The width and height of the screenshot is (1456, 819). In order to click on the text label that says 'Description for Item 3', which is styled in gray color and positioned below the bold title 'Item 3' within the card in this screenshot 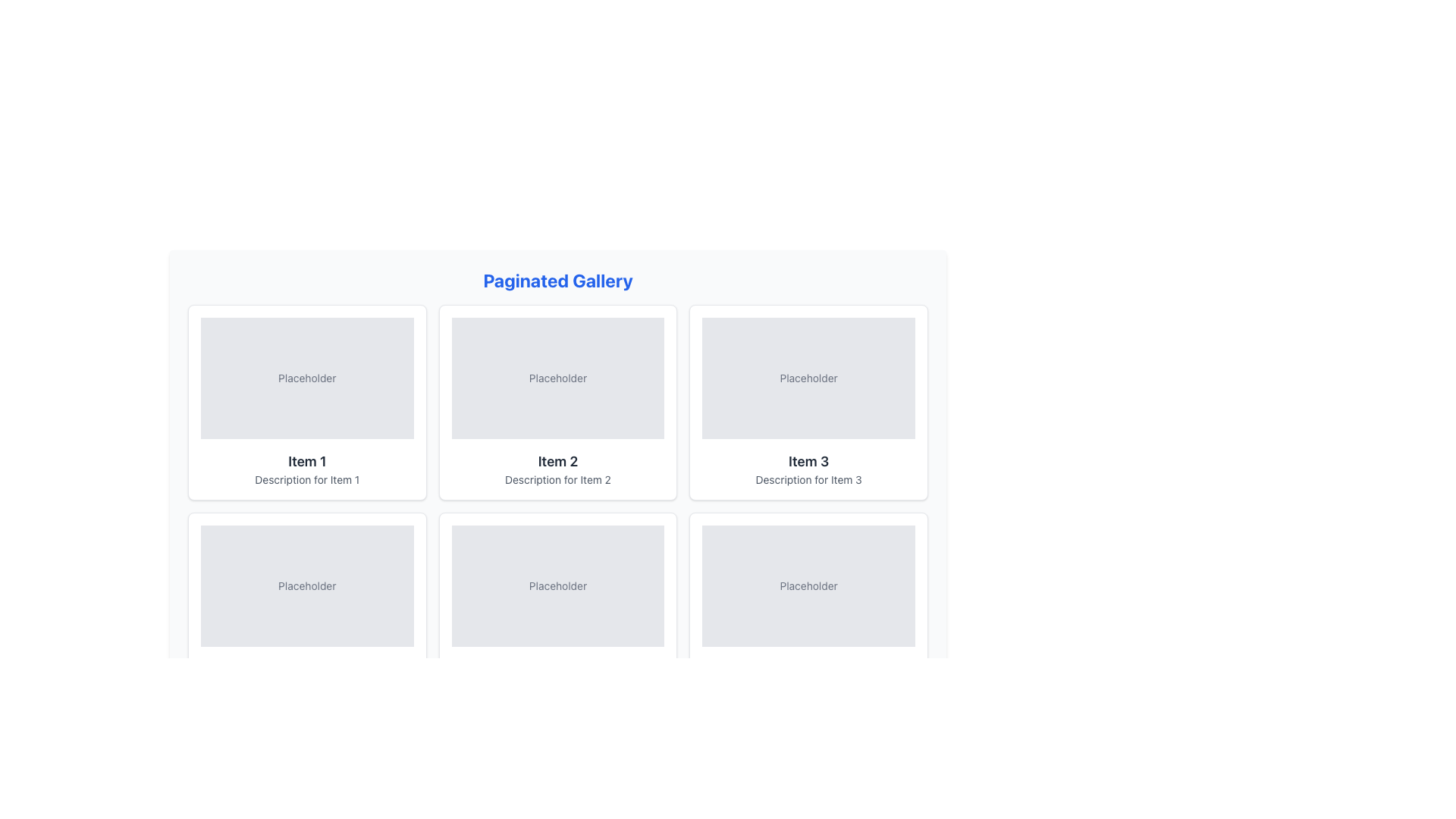, I will do `click(808, 479)`.